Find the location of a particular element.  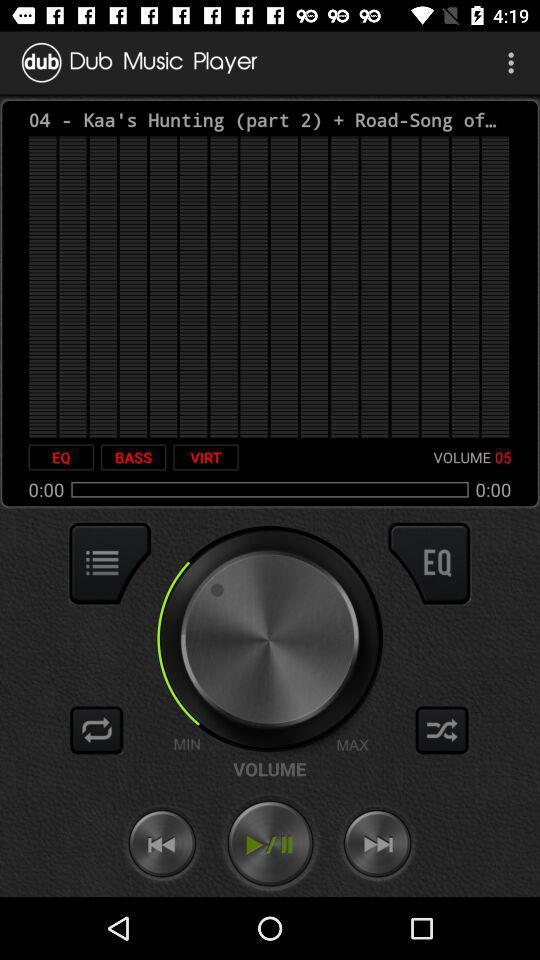

play/pause is located at coordinates (270, 843).